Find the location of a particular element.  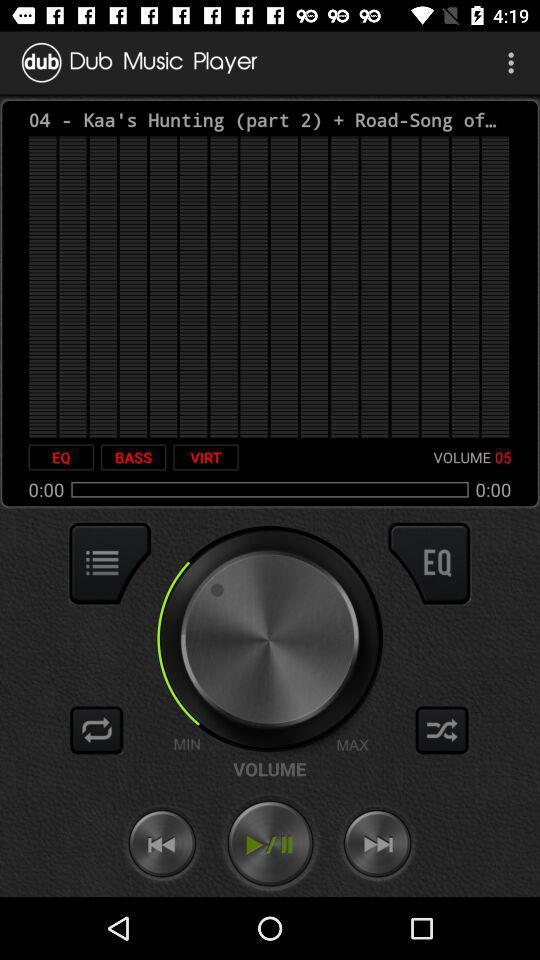

play/pause is located at coordinates (270, 843).